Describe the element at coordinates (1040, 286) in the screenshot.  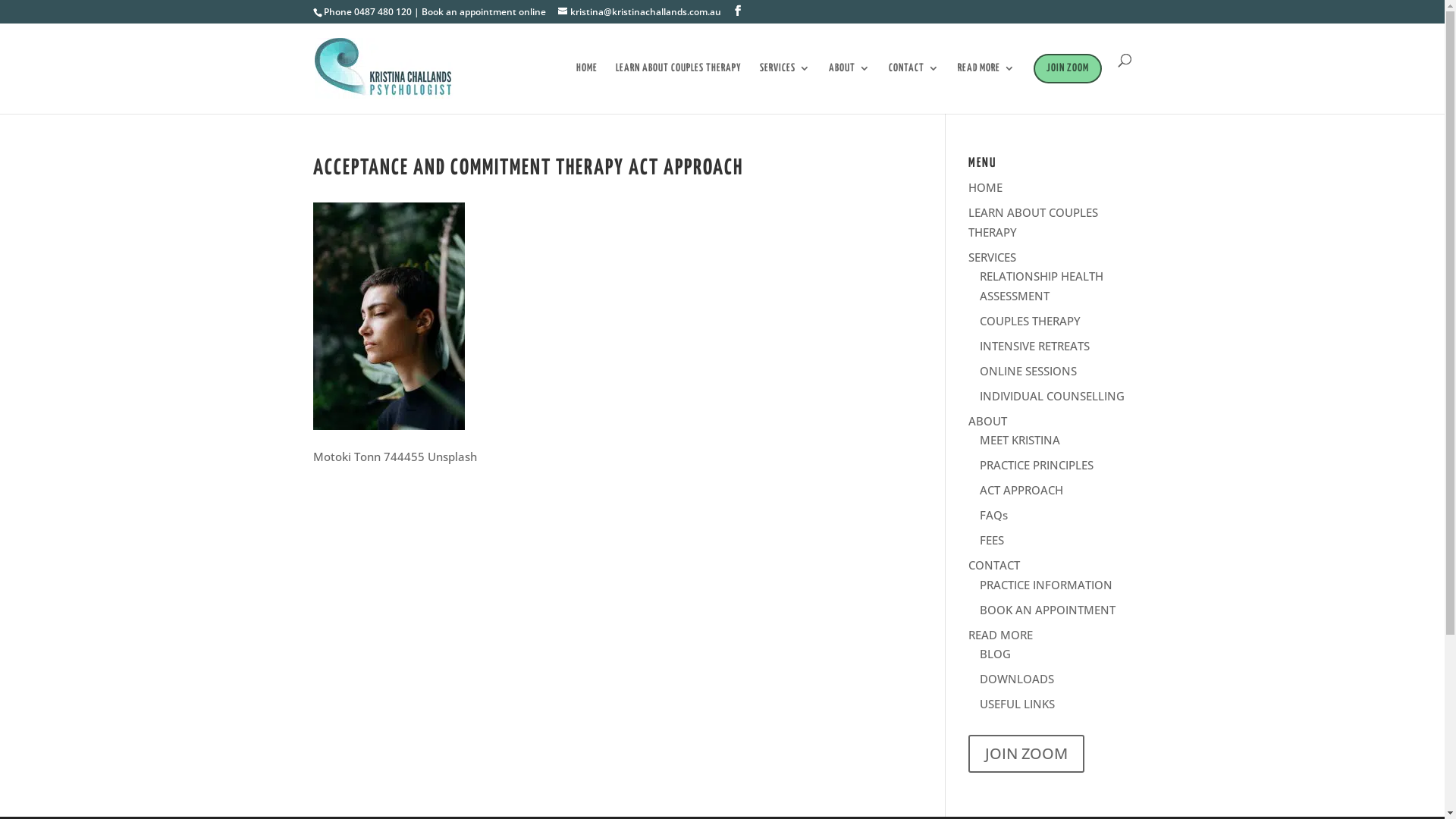
I see `'RELATIONSHIP HEALTH ASSESSMENT'` at that location.